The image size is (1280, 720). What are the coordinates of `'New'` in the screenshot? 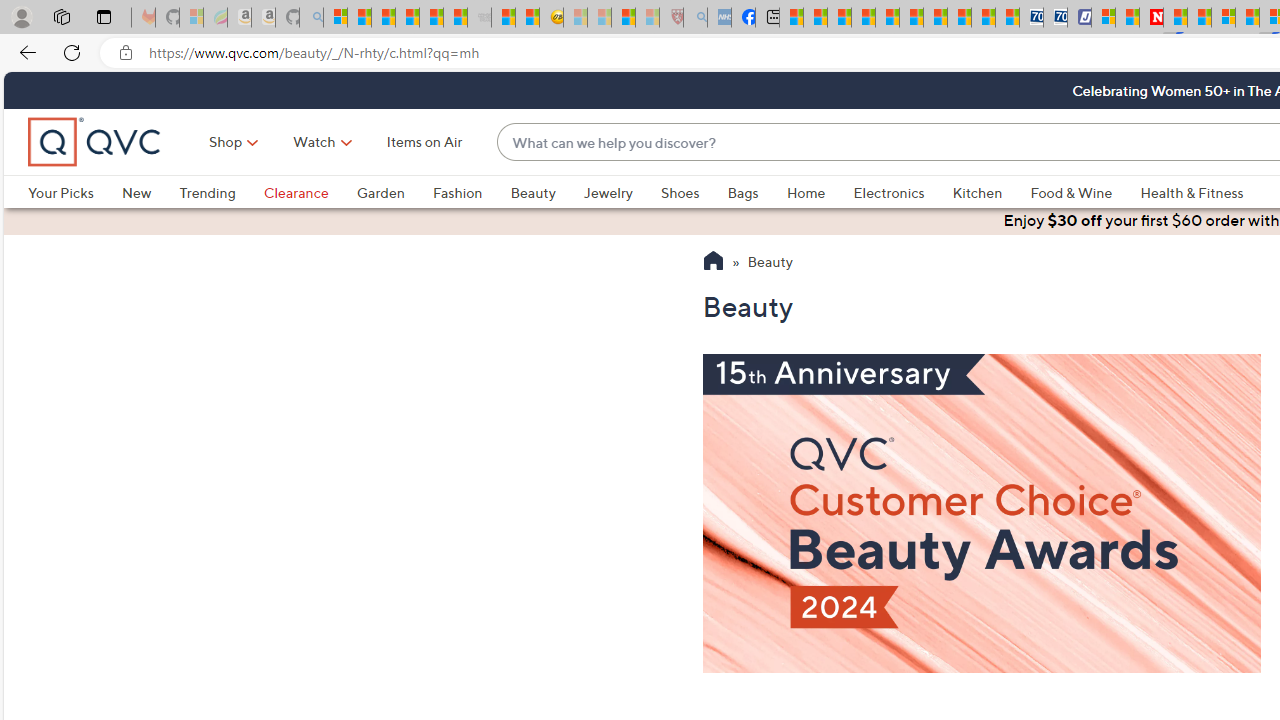 It's located at (150, 192).